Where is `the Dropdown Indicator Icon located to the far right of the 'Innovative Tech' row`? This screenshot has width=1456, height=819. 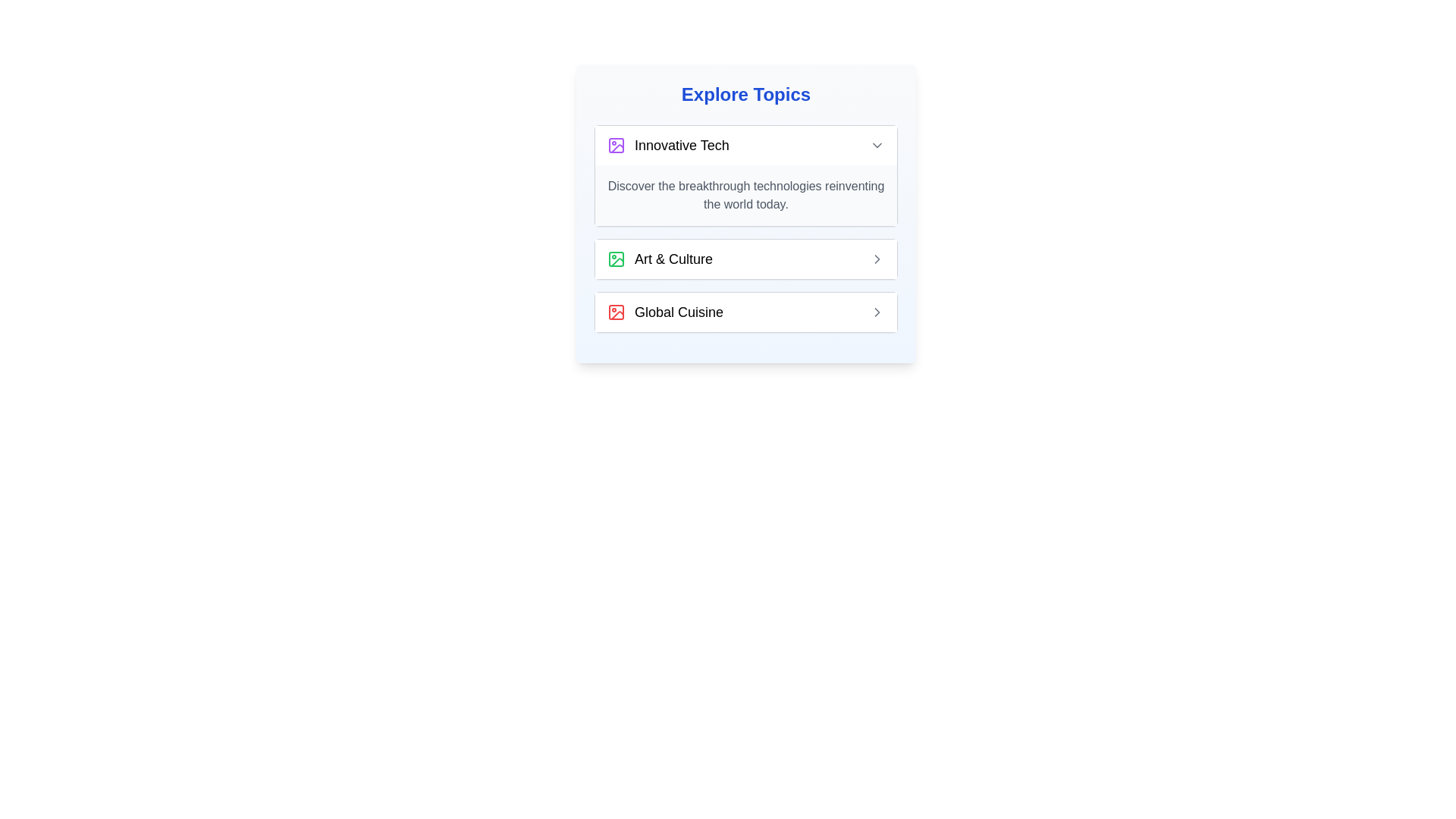
the Dropdown Indicator Icon located to the far right of the 'Innovative Tech' row is located at coordinates (877, 146).